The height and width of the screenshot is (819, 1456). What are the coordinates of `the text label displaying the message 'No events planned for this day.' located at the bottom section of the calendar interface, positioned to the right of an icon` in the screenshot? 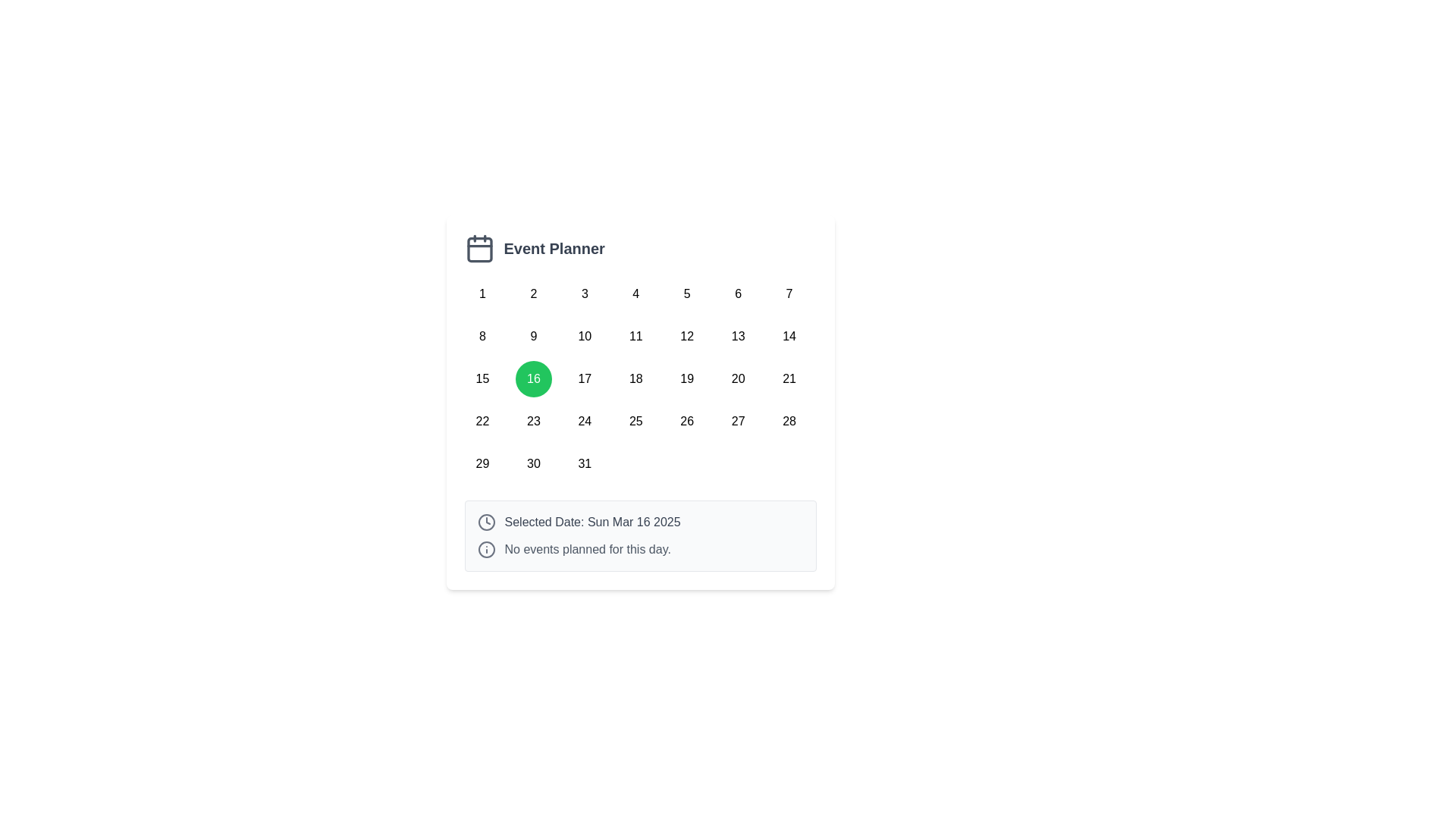 It's located at (587, 550).